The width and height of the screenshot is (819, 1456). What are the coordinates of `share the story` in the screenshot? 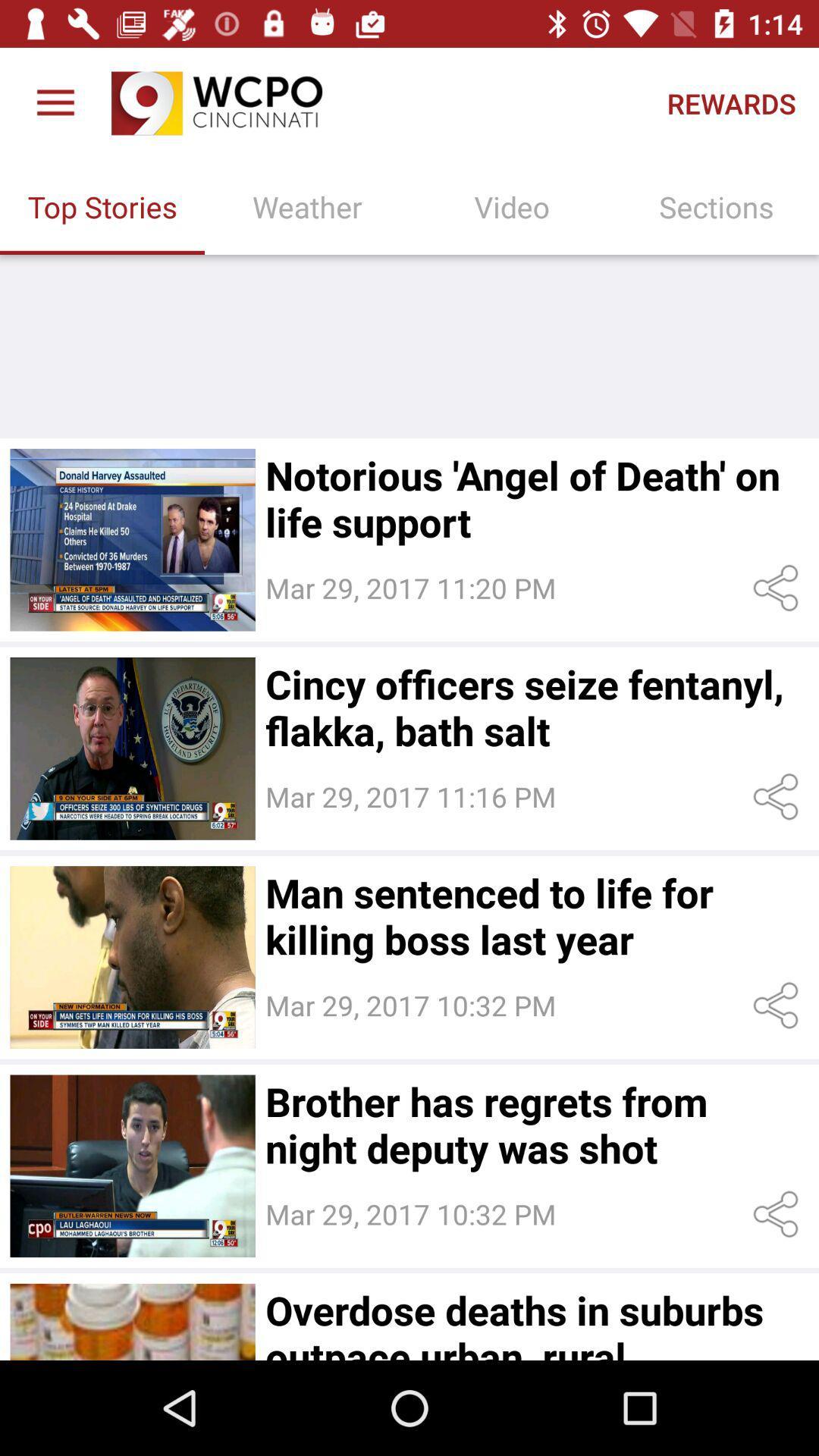 It's located at (779, 796).